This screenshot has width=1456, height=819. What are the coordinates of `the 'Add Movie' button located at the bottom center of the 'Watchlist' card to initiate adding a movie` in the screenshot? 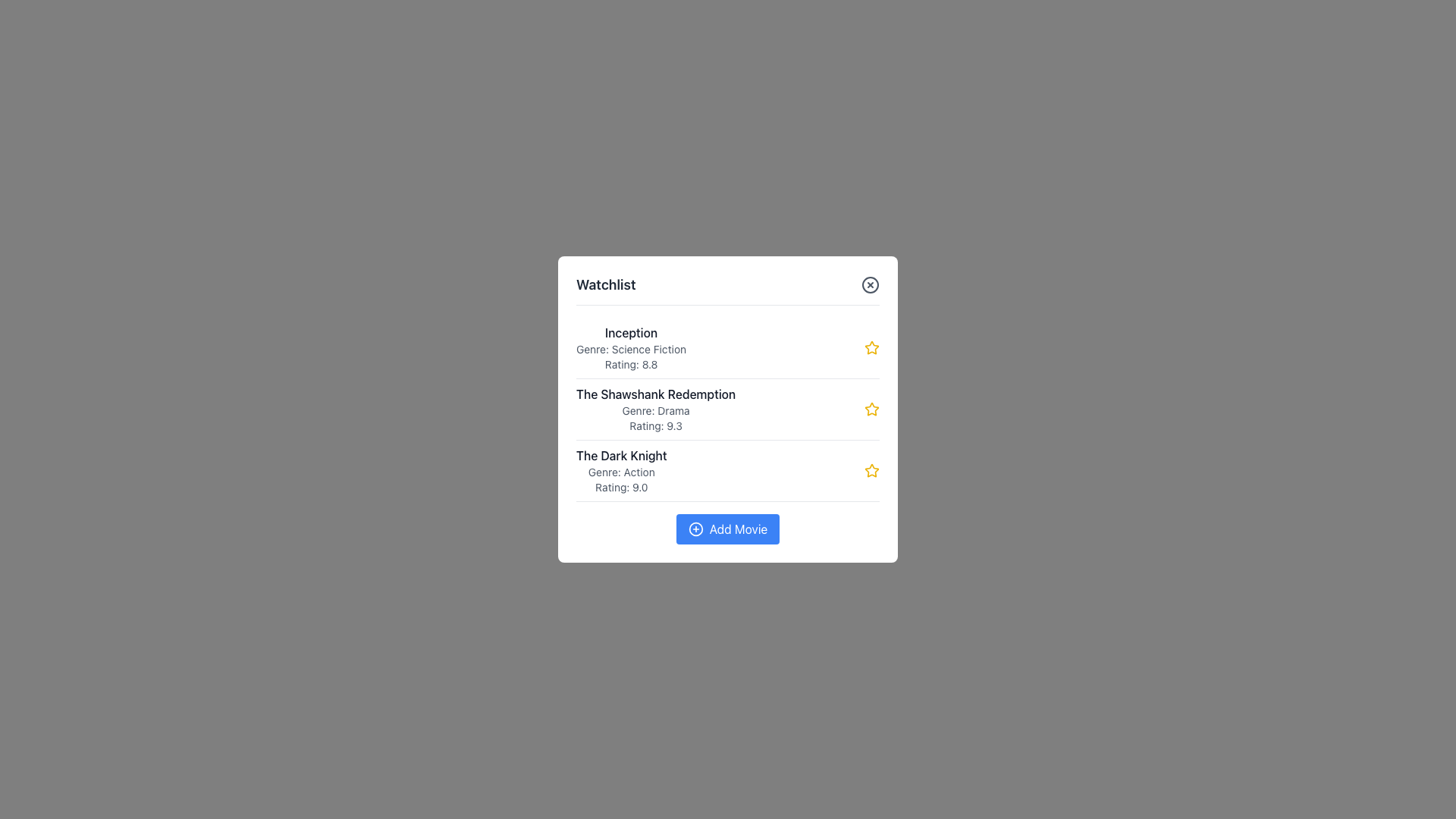 It's located at (728, 529).